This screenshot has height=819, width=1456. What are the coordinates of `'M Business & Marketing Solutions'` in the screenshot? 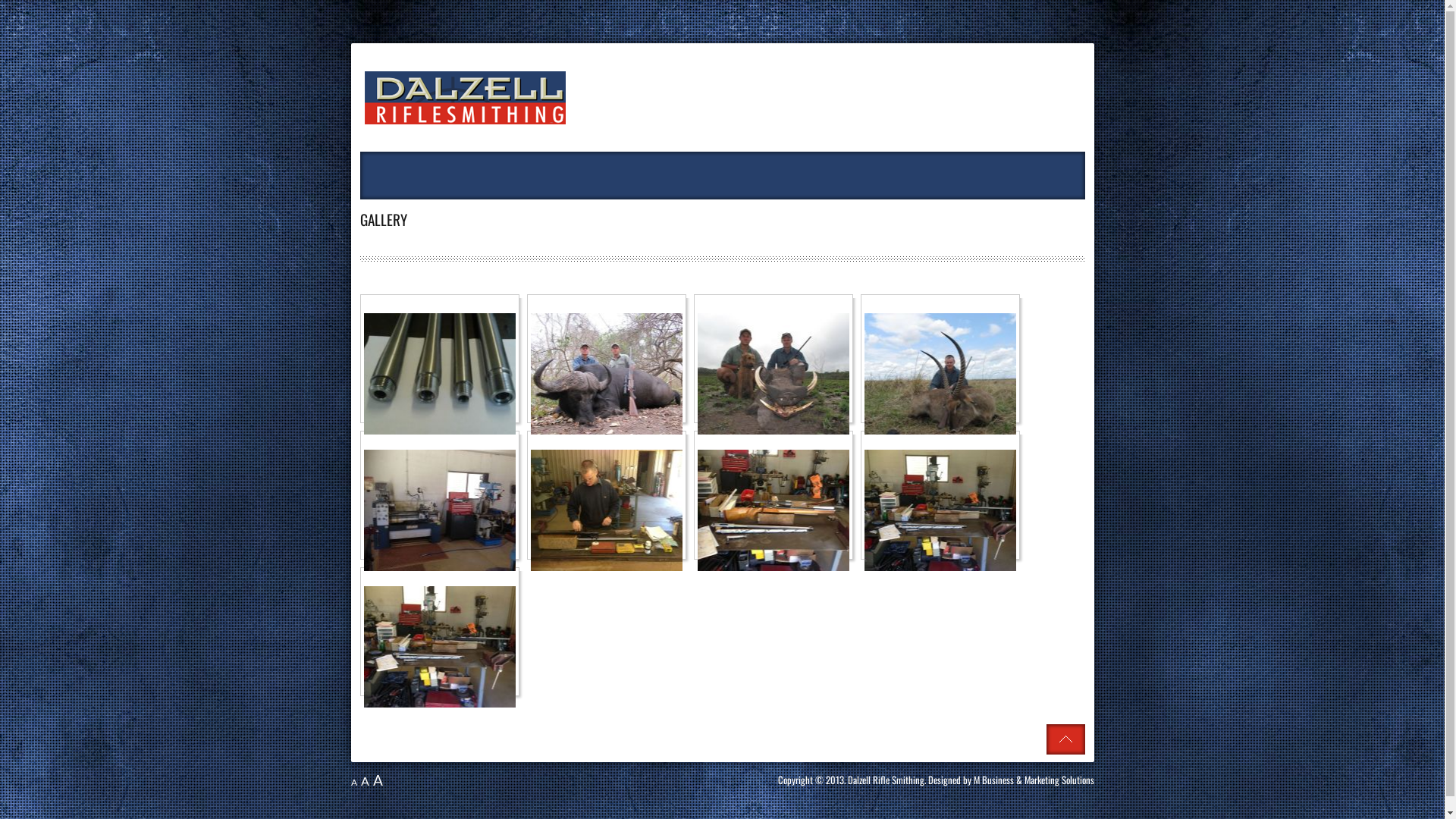 It's located at (1033, 780).